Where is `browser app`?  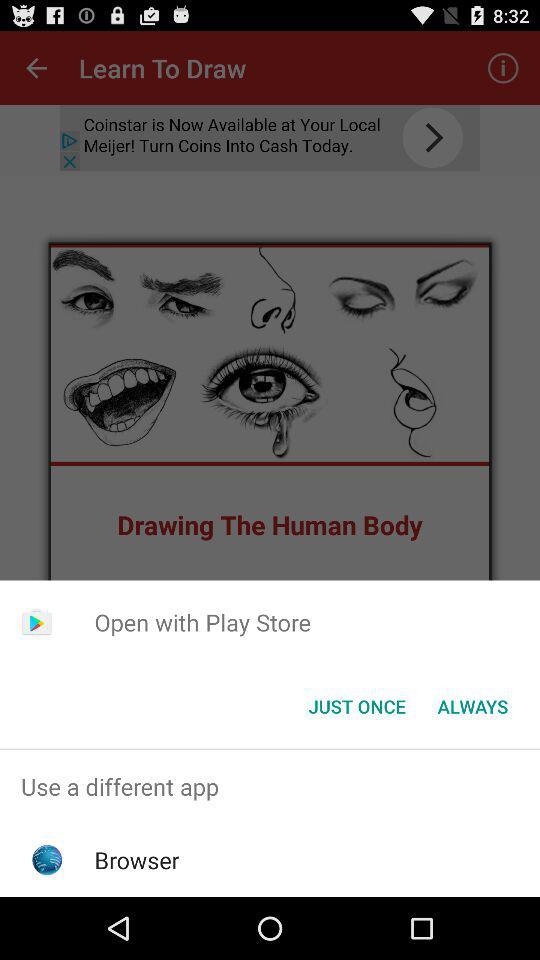 browser app is located at coordinates (136, 859).